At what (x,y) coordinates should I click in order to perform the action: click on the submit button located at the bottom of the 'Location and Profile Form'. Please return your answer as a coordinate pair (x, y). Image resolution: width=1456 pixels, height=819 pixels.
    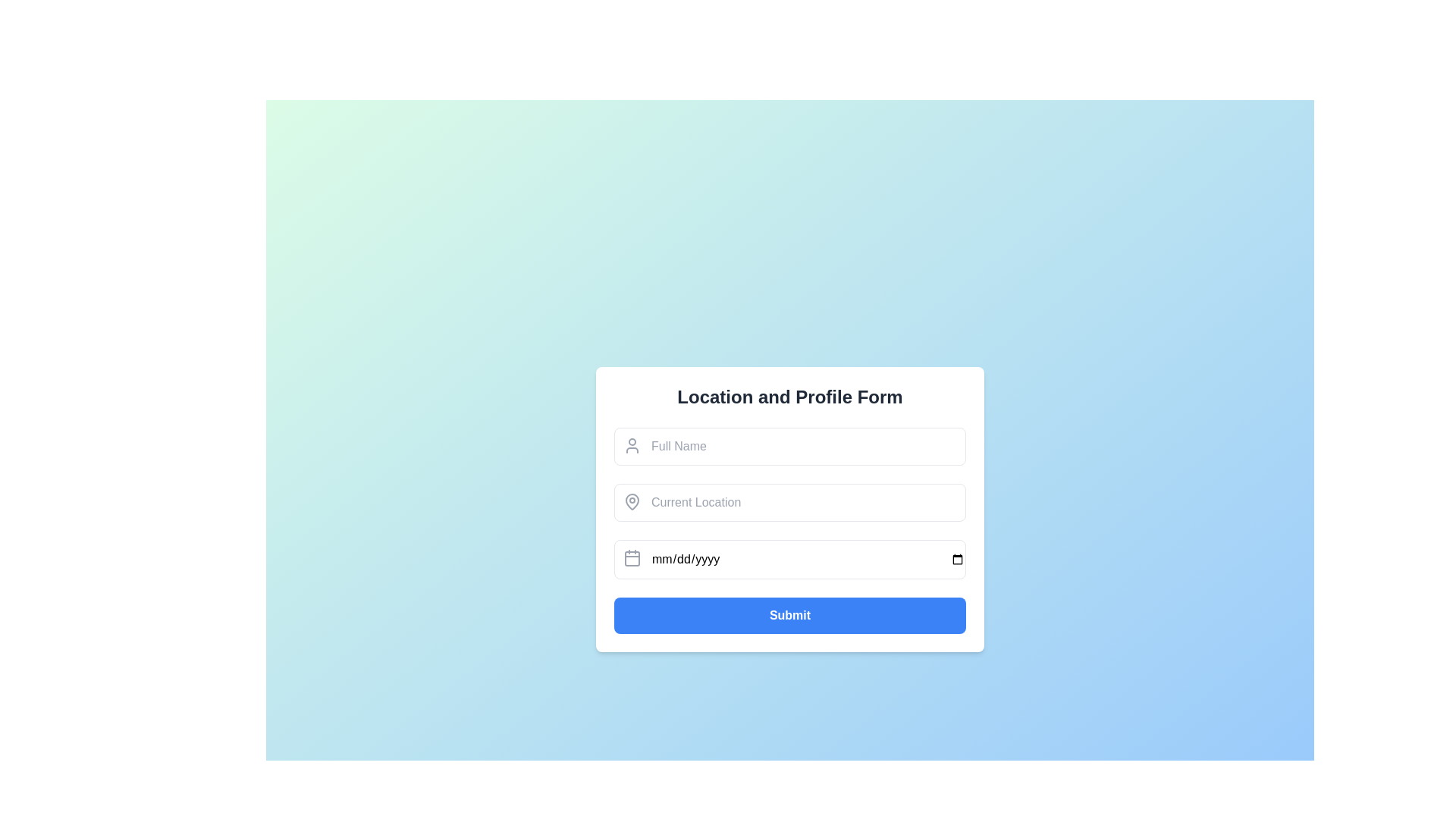
    Looking at the image, I should click on (789, 616).